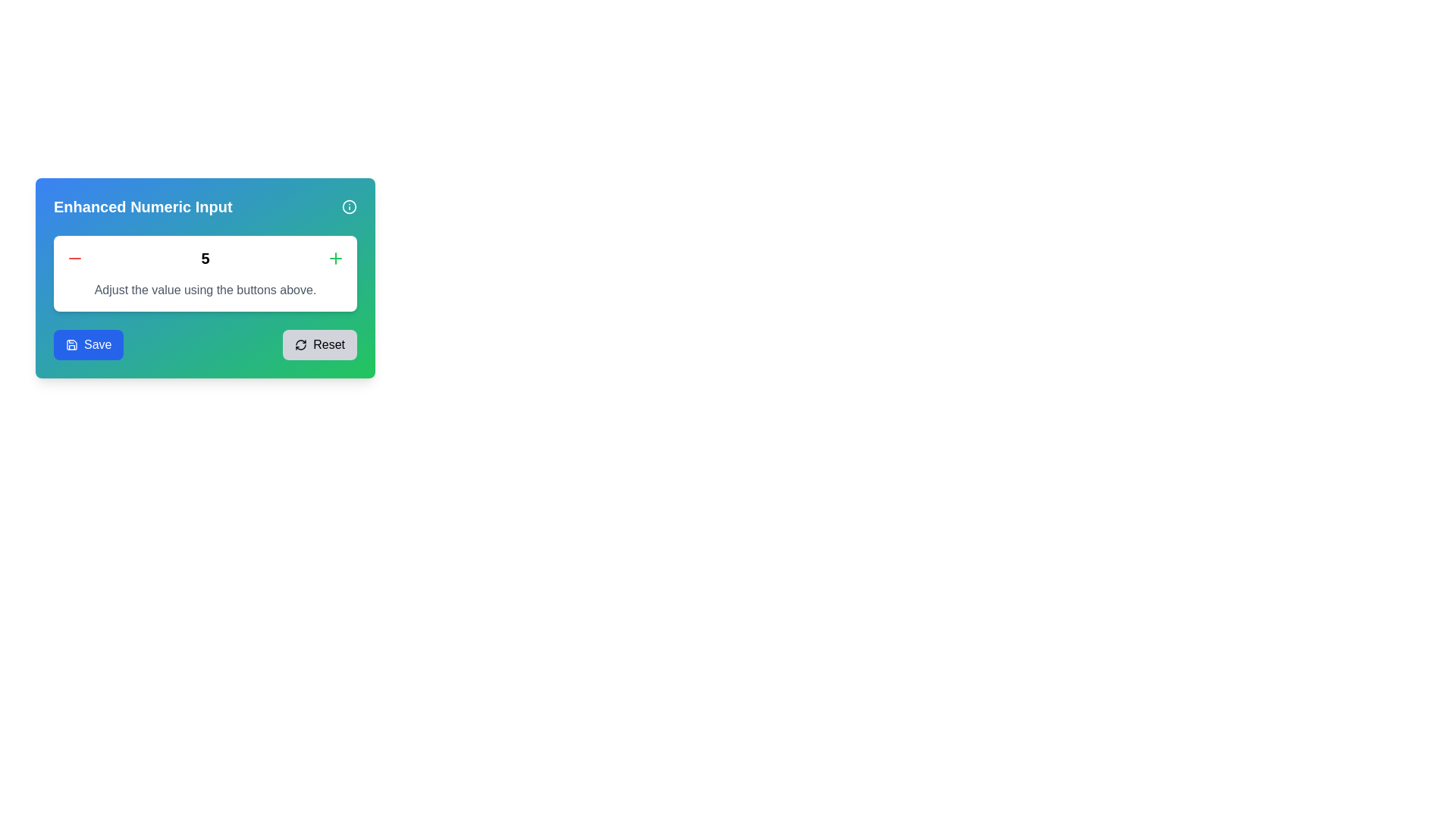 The height and width of the screenshot is (819, 1456). What do you see at coordinates (334, 257) in the screenshot?
I see `the button located on the right side of the numeric value display box to increase the number displayed` at bounding box center [334, 257].